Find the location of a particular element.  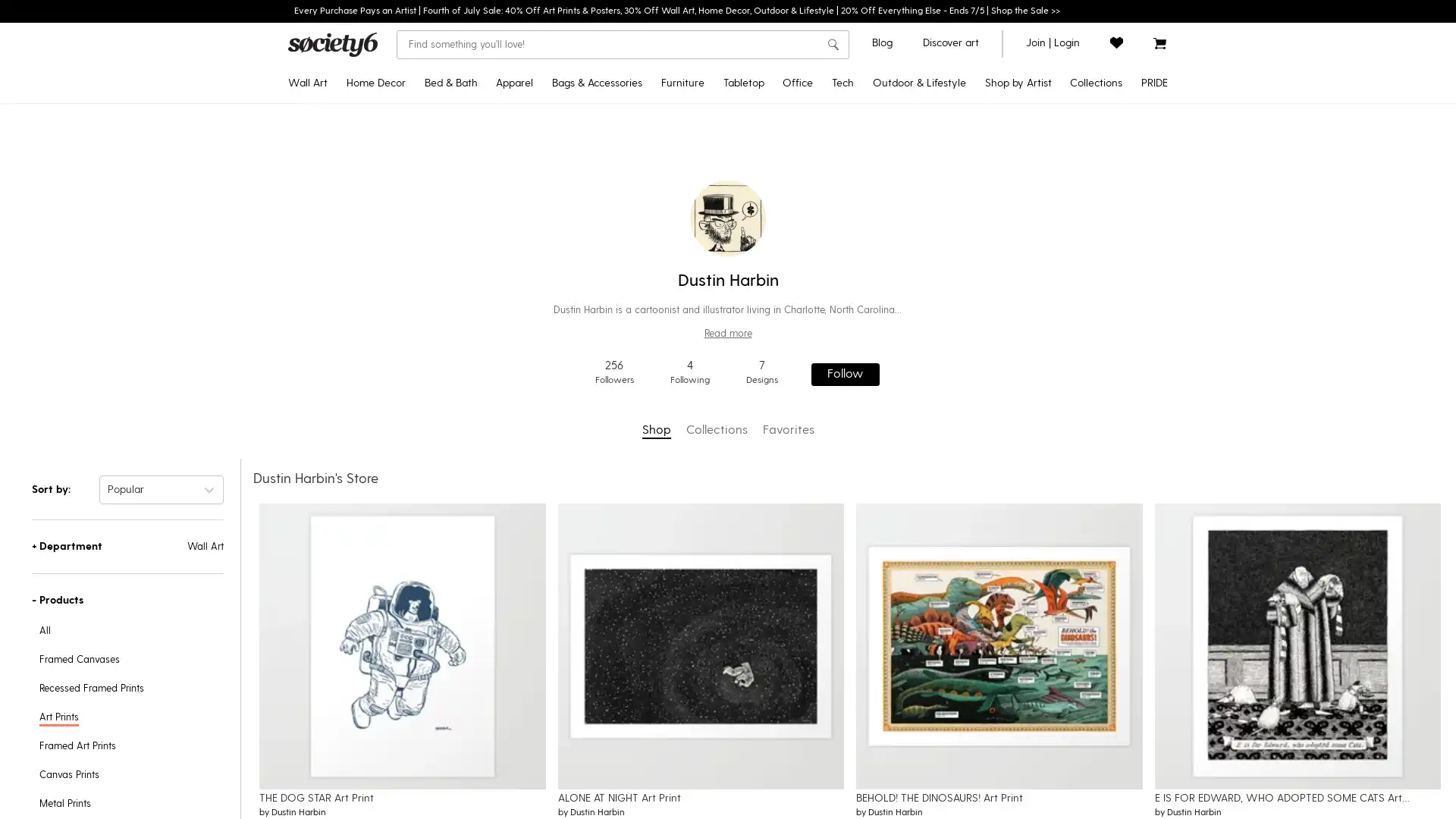

Counter Stools is located at coordinates (708, 194).